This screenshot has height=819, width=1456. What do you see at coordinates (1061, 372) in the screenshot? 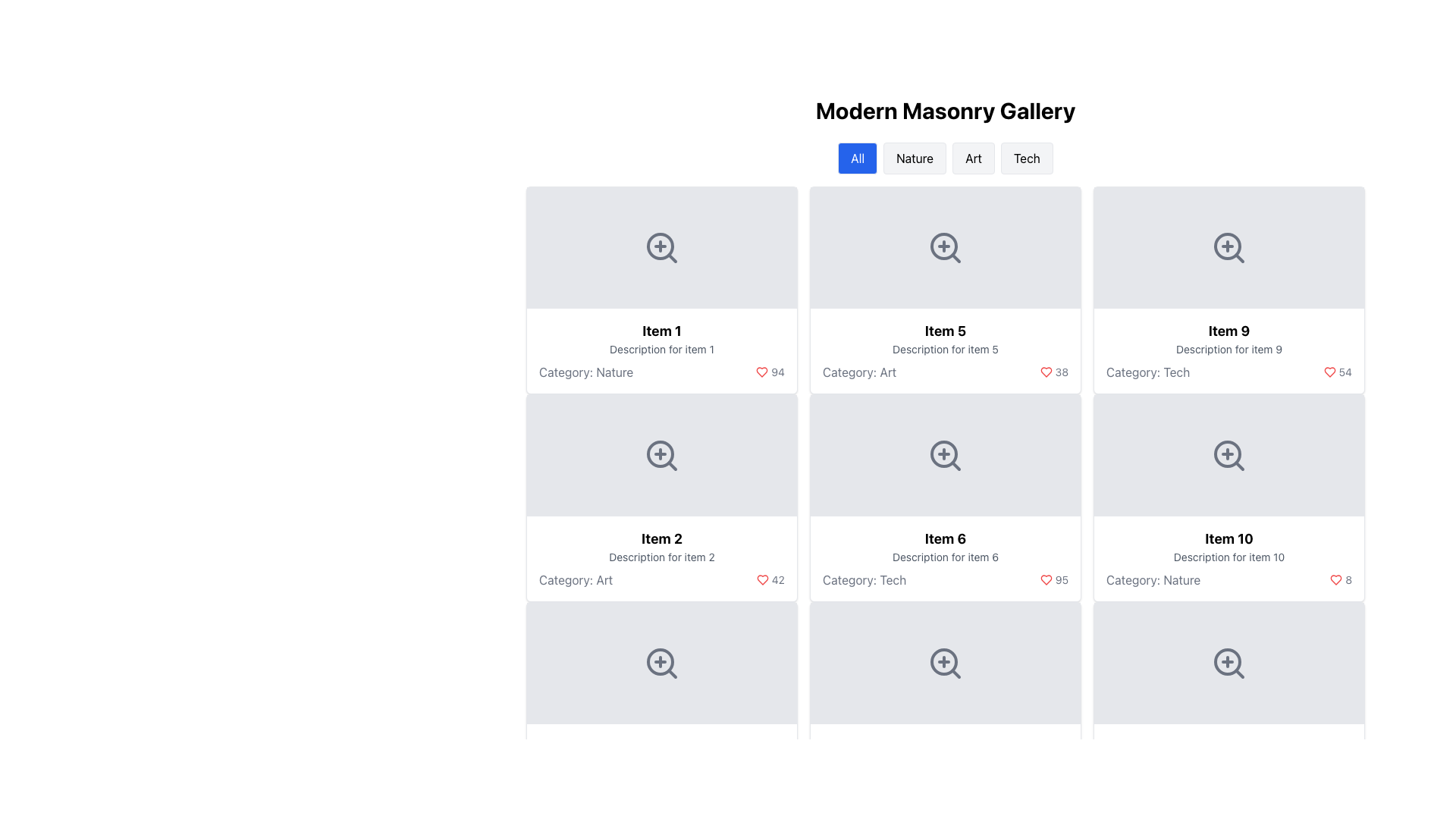
I see `the text display element showing the number '38', which is associated with a red heart icon and part of the like count for 'Item 5'` at bounding box center [1061, 372].